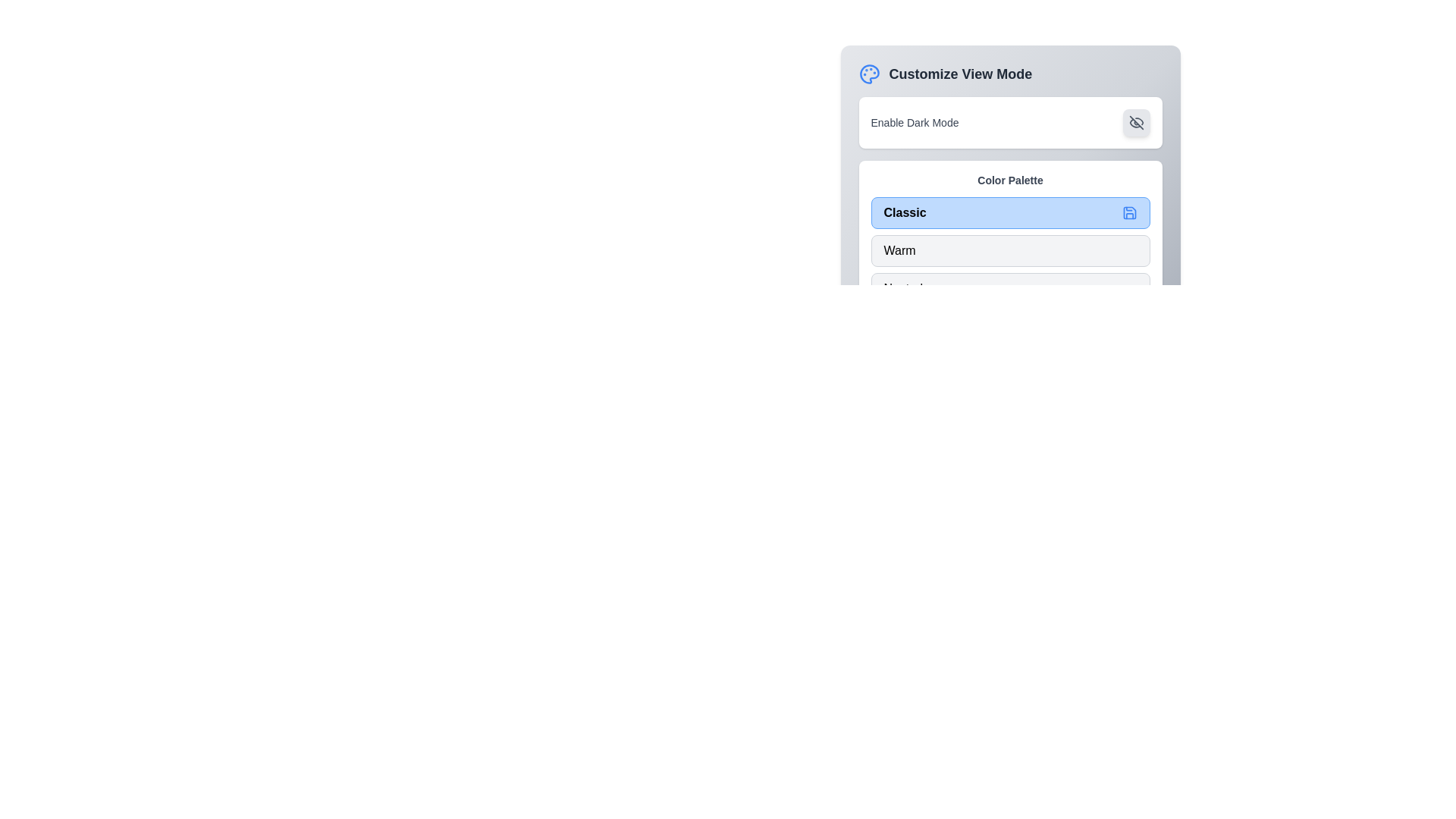 This screenshot has height=819, width=1456. Describe the element at coordinates (1010, 122) in the screenshot. I see `the setting toggle for enabling or disabling dark mode, located within the 'Customize View Mode' card, directly below the title and above the 'Color Palette' section` at that location.